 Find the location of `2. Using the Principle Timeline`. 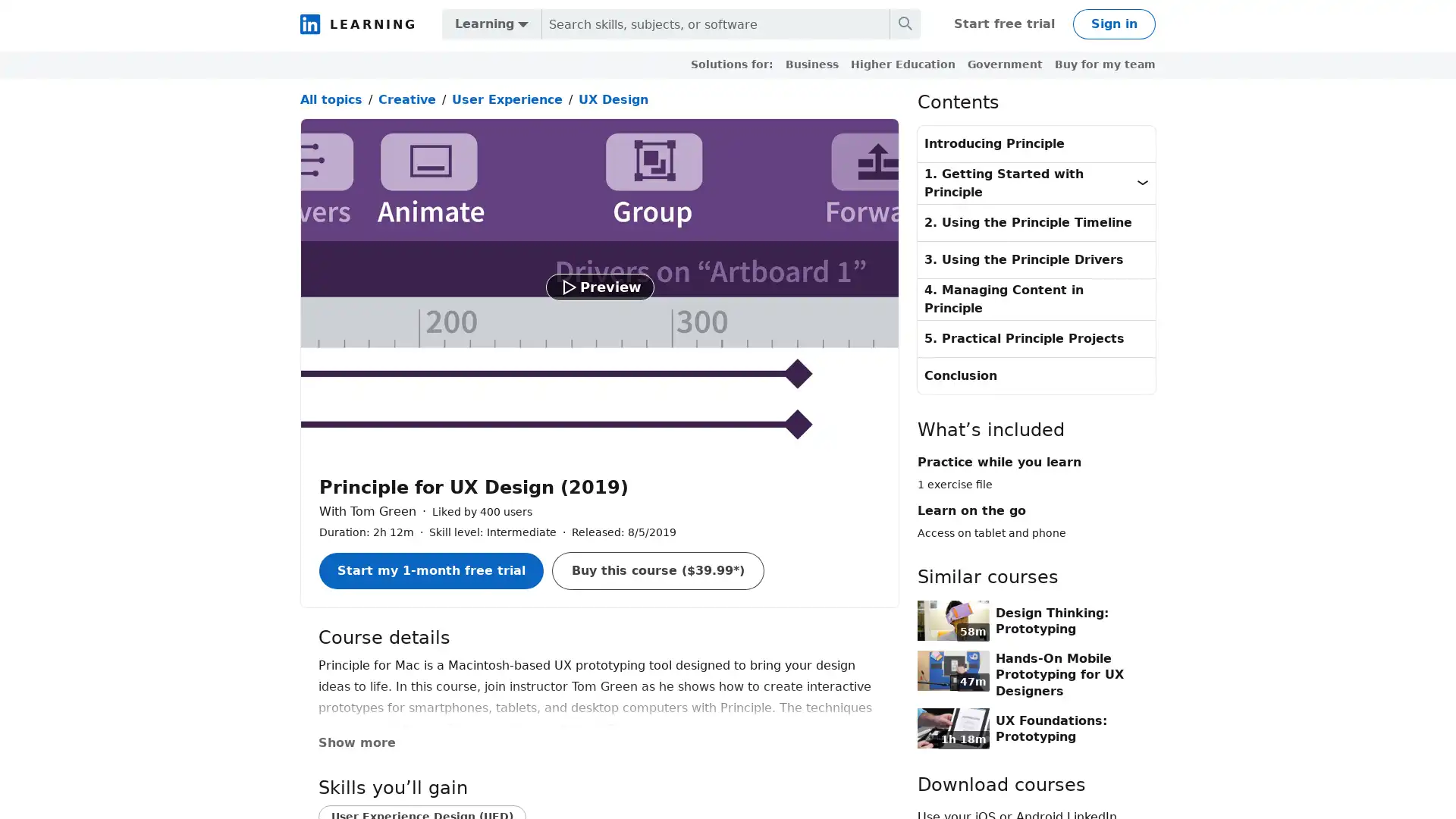

2. Using the Principle Timeline is located at coordinates (1036, 222).